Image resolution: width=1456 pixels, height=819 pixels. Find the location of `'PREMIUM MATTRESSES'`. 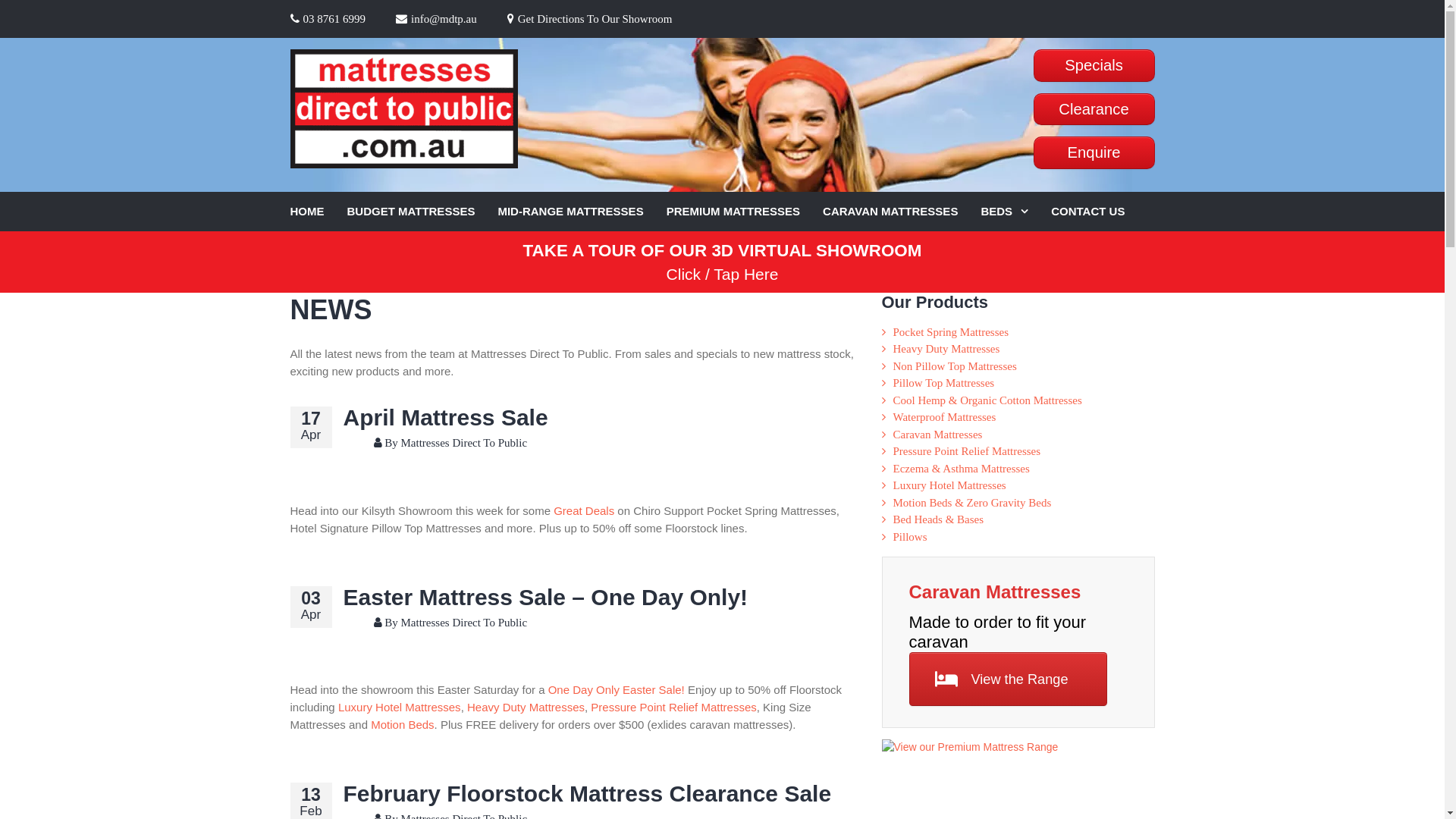

'PREMIUM MATTRESSES' is located at coordinates (745, 212).